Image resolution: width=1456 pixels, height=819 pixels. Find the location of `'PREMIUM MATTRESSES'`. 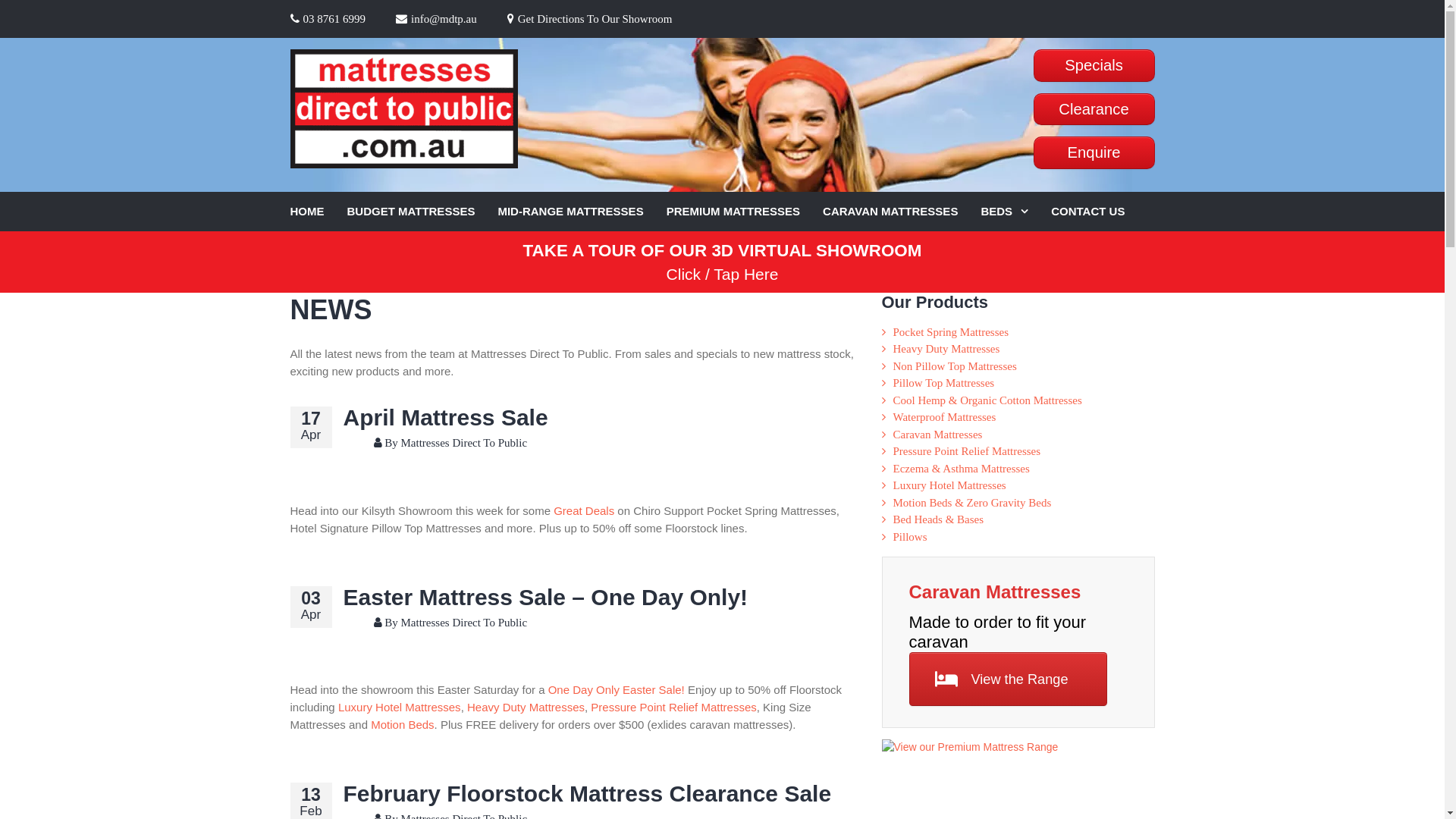

'PREMIUM MATTRESSES' is located at coordinates (745, 212).